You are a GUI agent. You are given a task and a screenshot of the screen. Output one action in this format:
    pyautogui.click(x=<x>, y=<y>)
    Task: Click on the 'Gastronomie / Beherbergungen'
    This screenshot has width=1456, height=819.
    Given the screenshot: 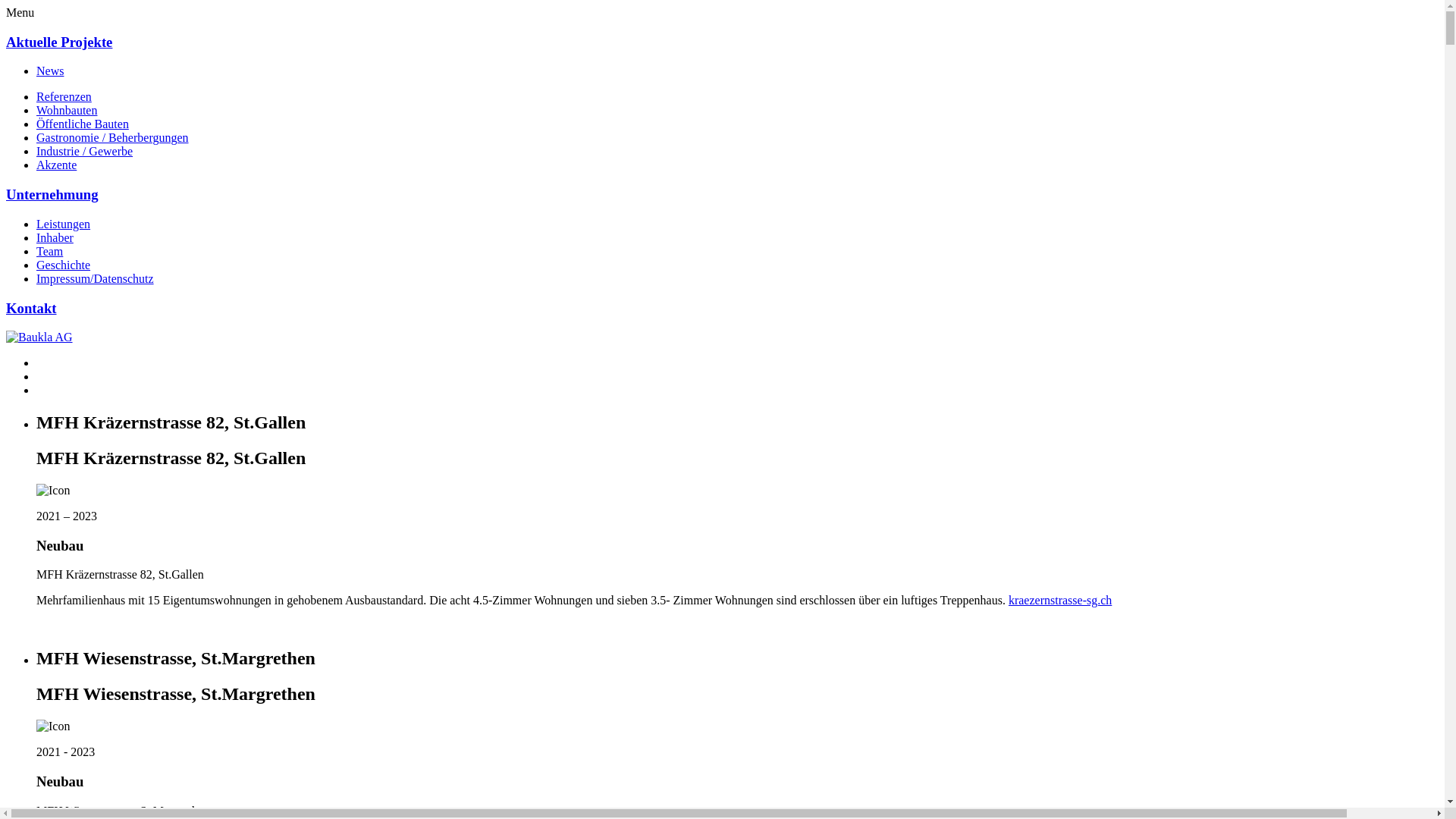 What is the action you would take?
    pyautogui.click(x=111, y=137)
    